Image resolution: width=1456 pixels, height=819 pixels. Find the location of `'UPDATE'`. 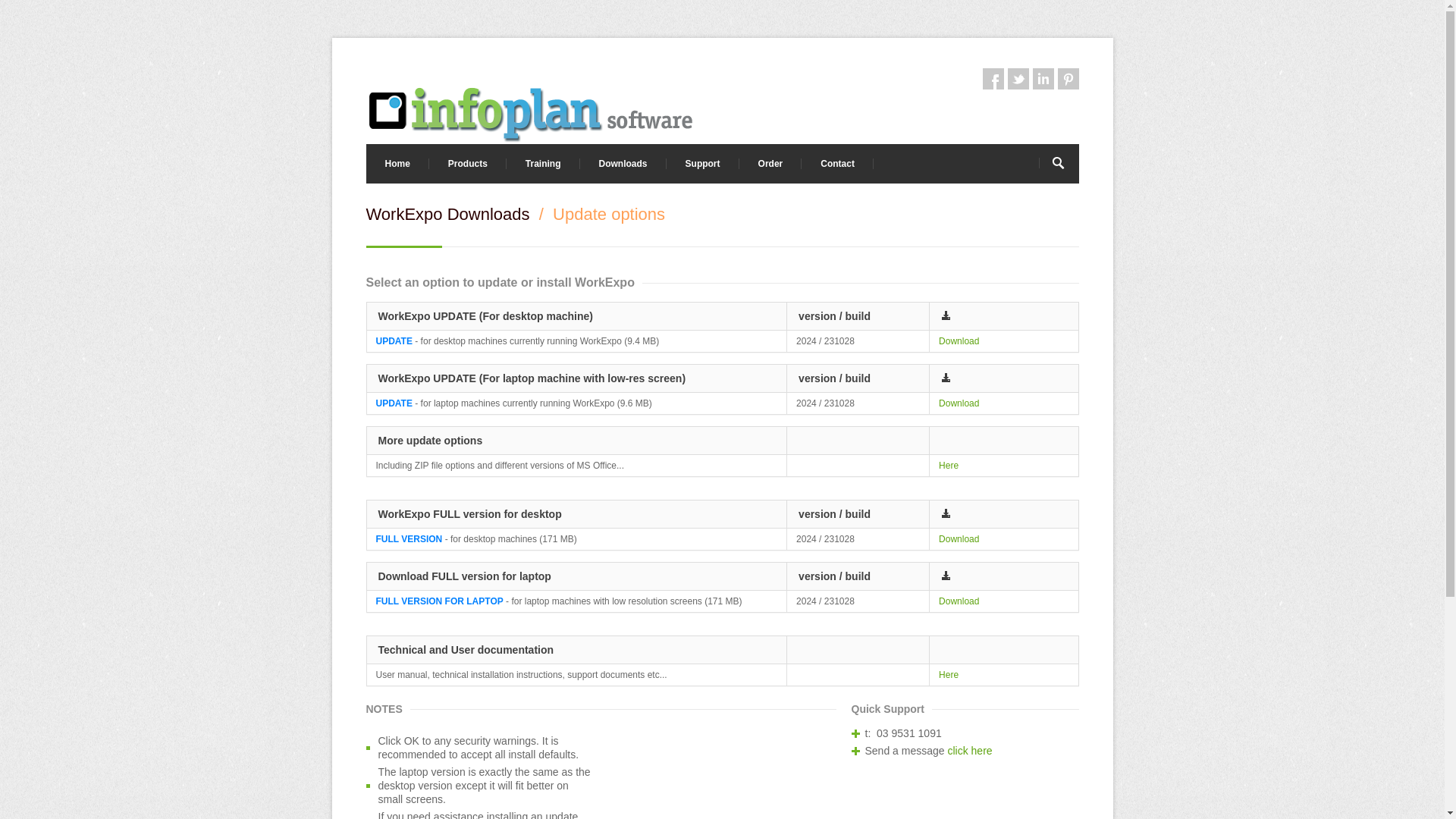

'UPDATE' is located at coordinates (394, 403).